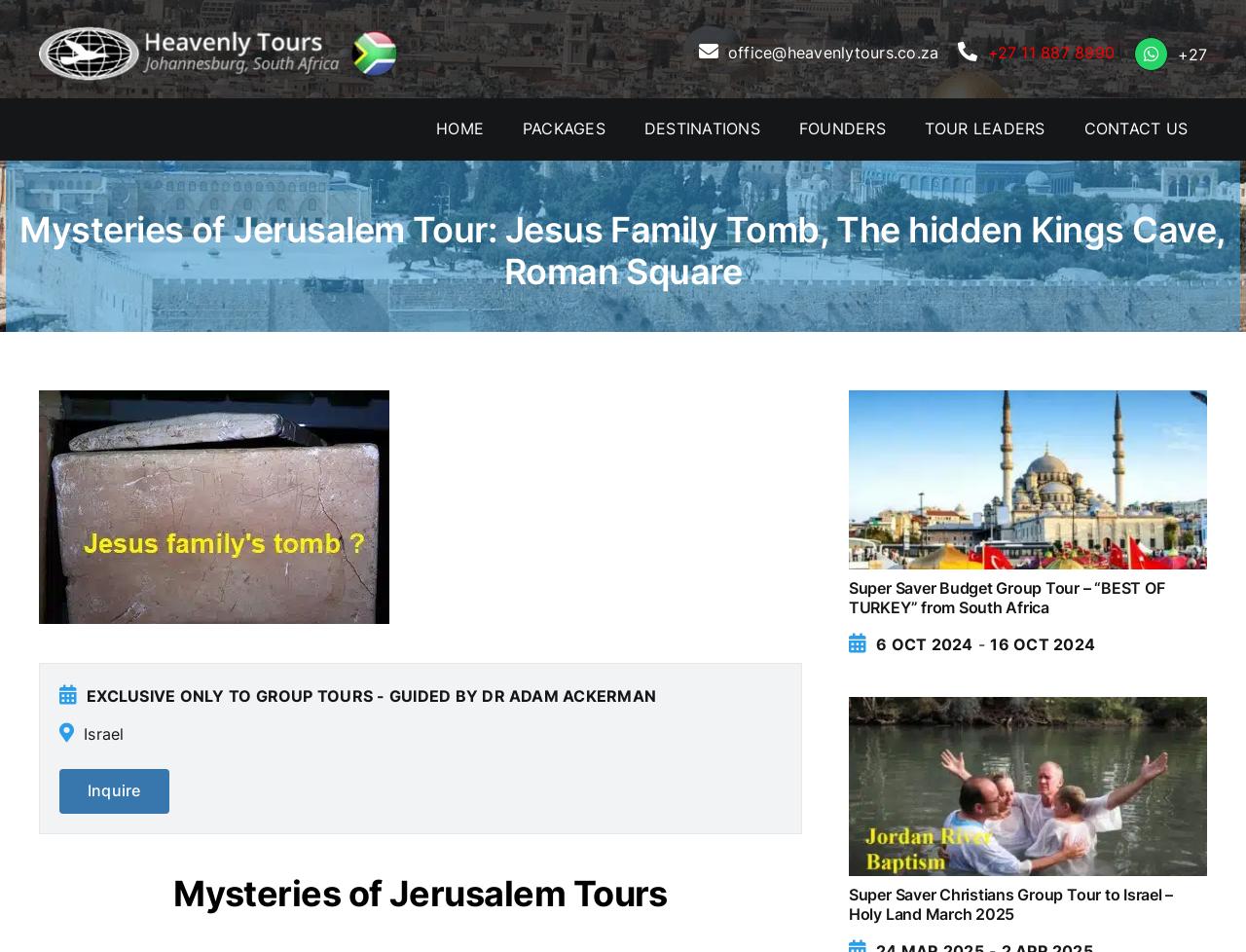 The image size is (1246, 952). I want to click on '6 Oct 2024', so click(923, 643).